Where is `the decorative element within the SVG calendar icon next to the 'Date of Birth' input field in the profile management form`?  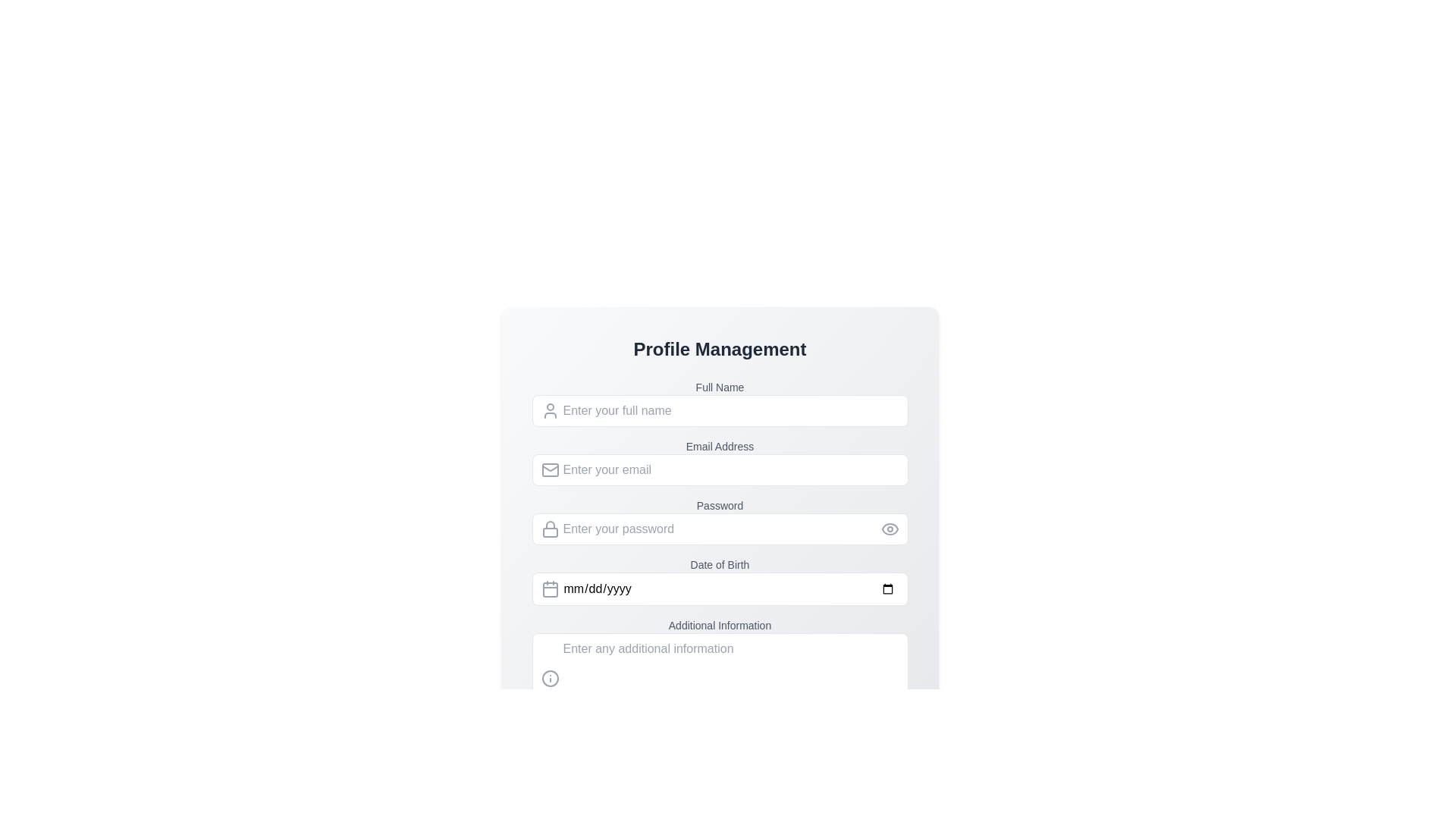 the decorative element within the SVG calendar icon next to the 'Date of Birth' input field in the profile management form is located at coordinates (549, 589).